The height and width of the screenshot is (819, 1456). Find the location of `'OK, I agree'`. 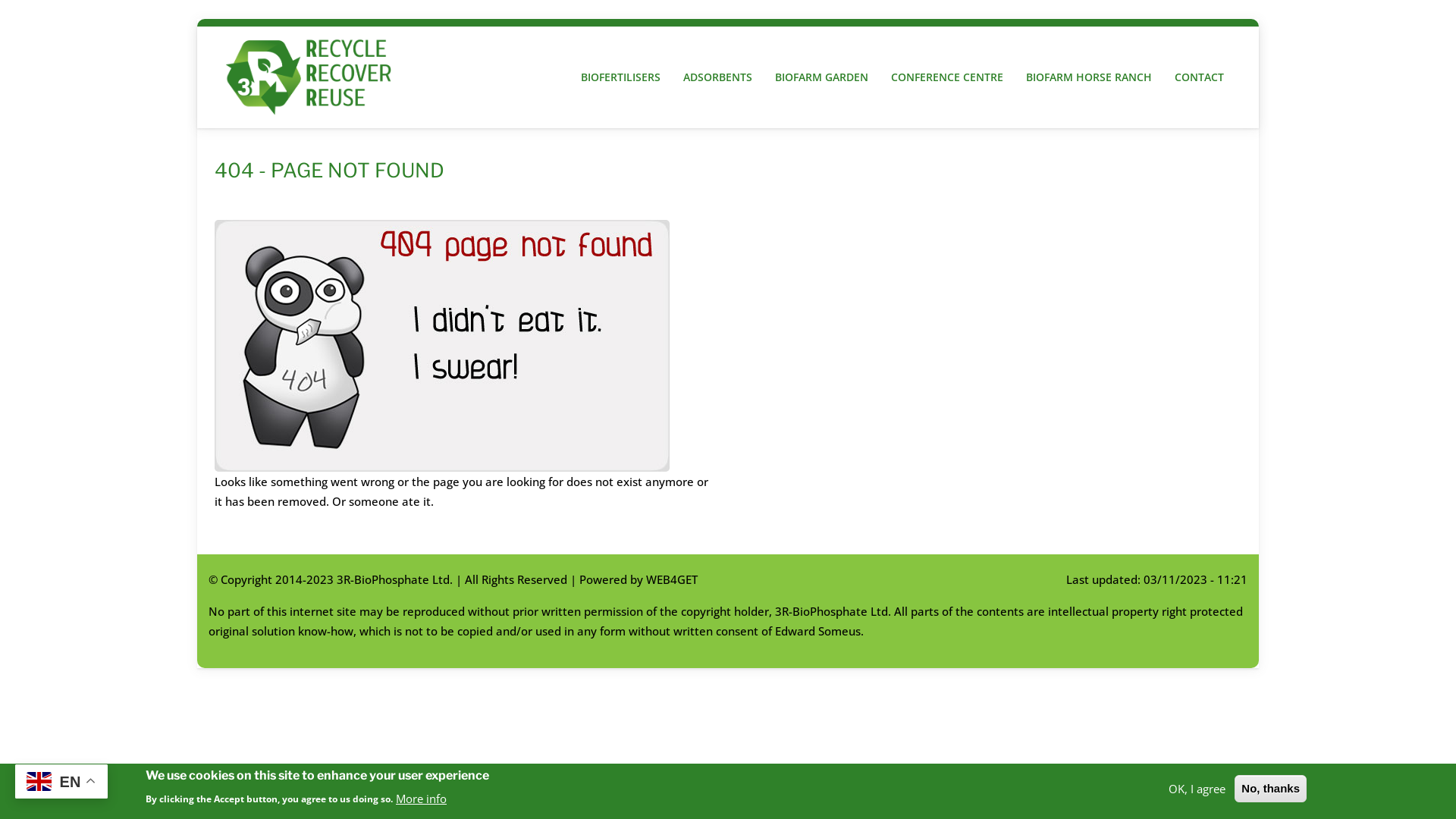

'OK, I agree' is located at coordinates (1196, 786).